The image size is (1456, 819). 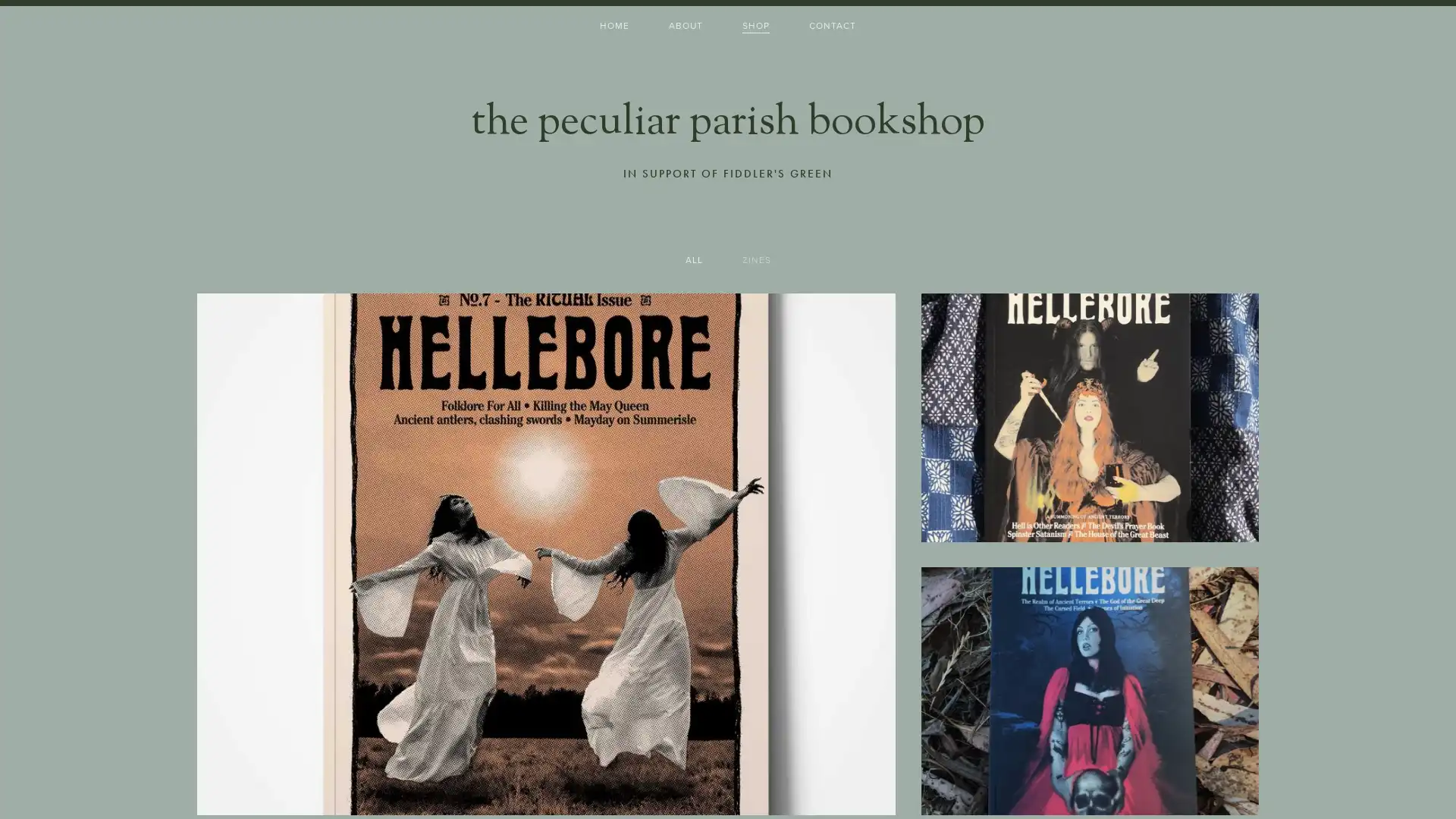 I want to click on QUICK VIEW, so click(x=1088, y=783).